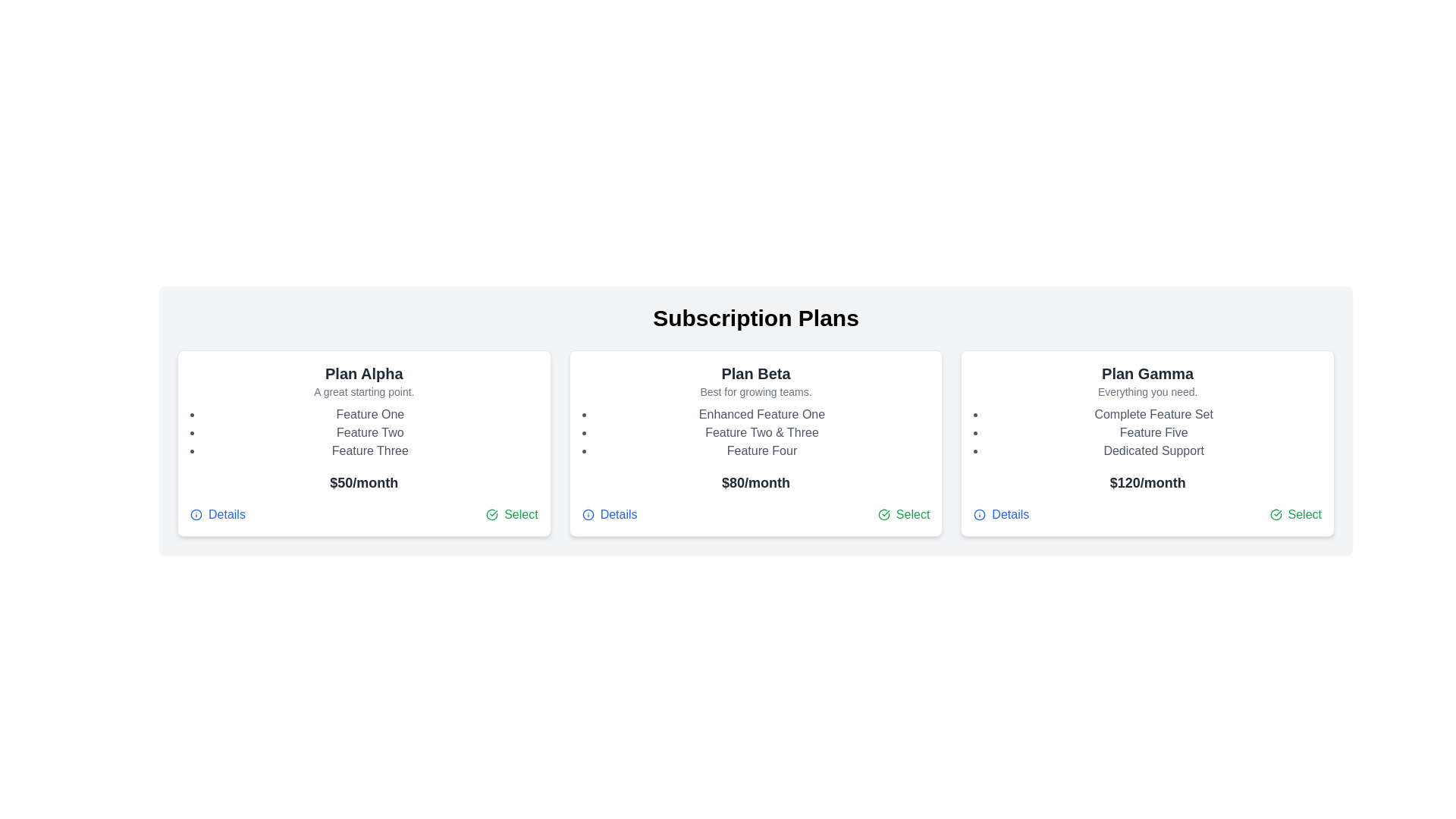 The image size is (1456, 819). I want to click on the Decorative Icon element located near the text 'Details' below the 'Plan Gamma' subscription plan, so click(980, 513).